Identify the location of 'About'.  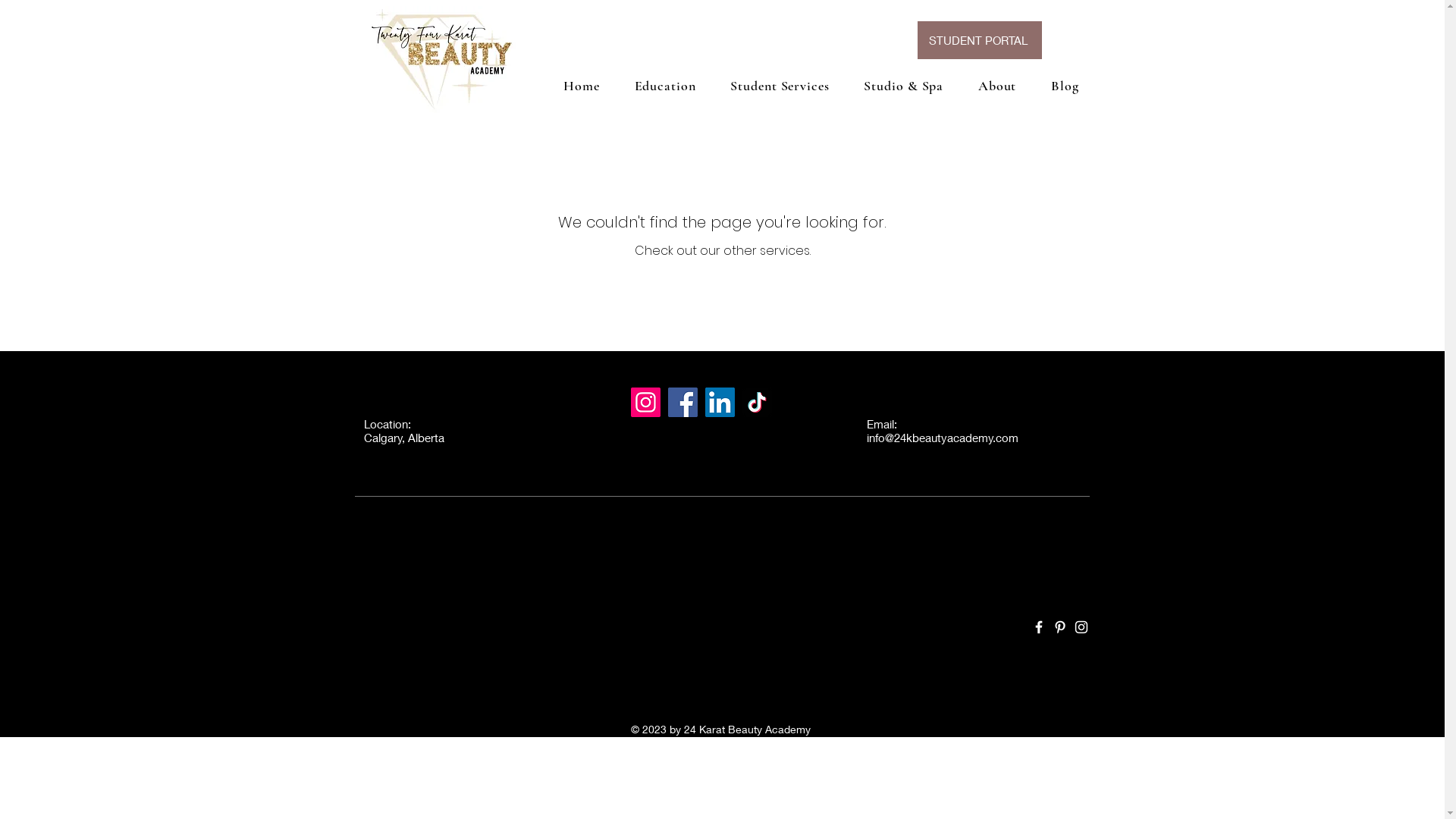
(997, 85).